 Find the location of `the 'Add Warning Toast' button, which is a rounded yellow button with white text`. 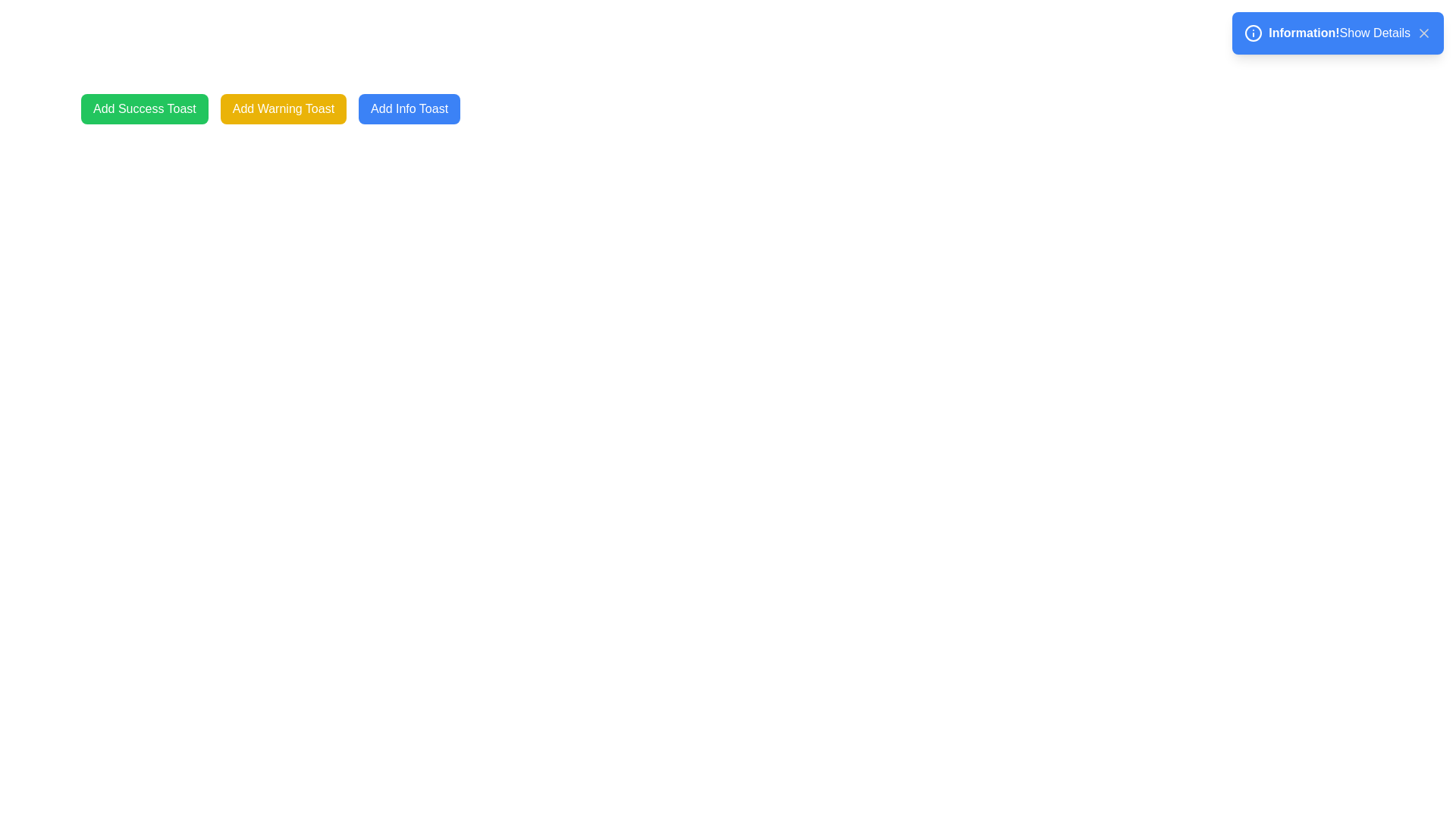

the 'Add Warning Toast' button, which is a rounded yellow button with white text is located at coordinates (284, 108).